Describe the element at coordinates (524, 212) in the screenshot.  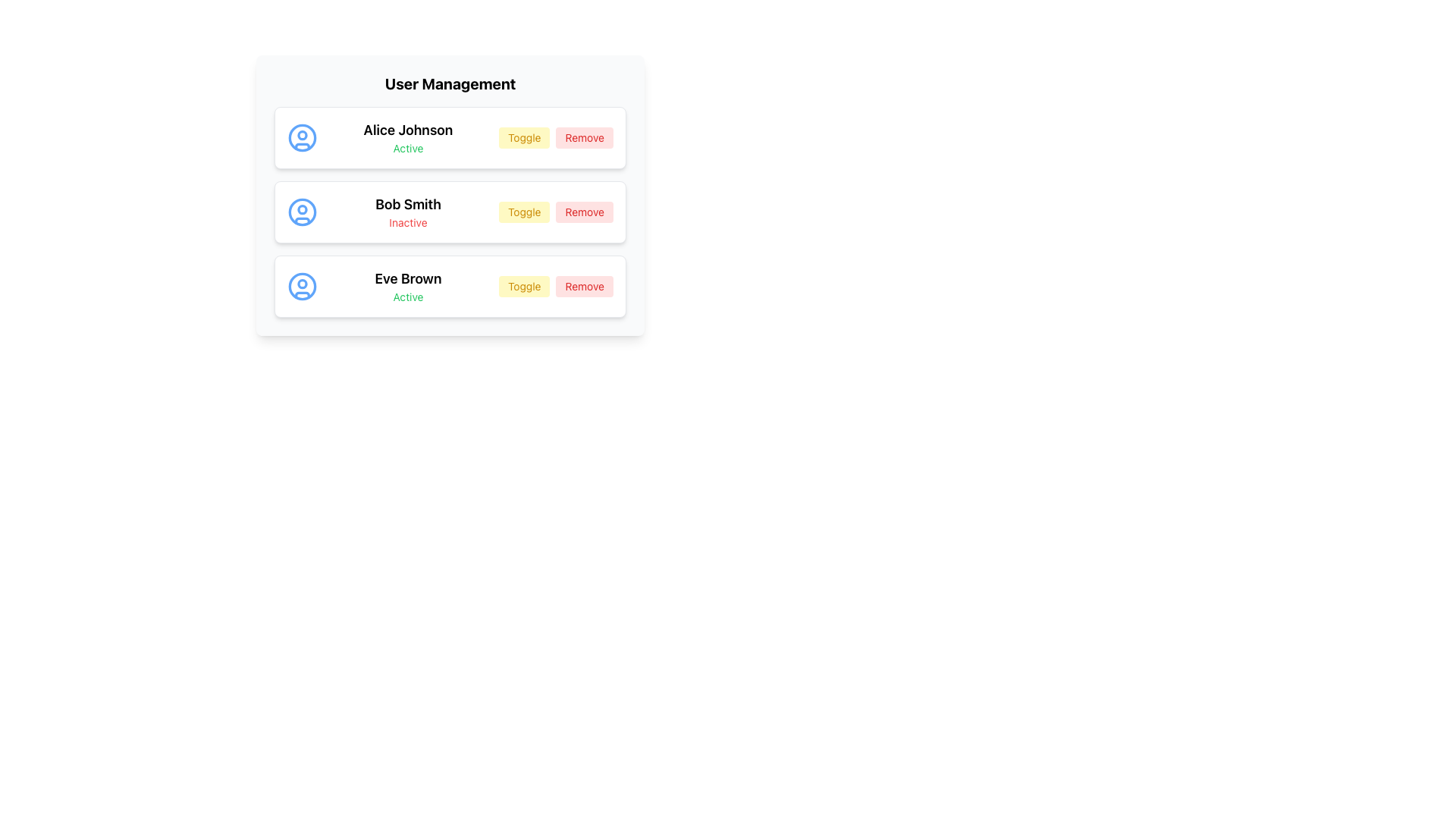
I see `the button` at that location.